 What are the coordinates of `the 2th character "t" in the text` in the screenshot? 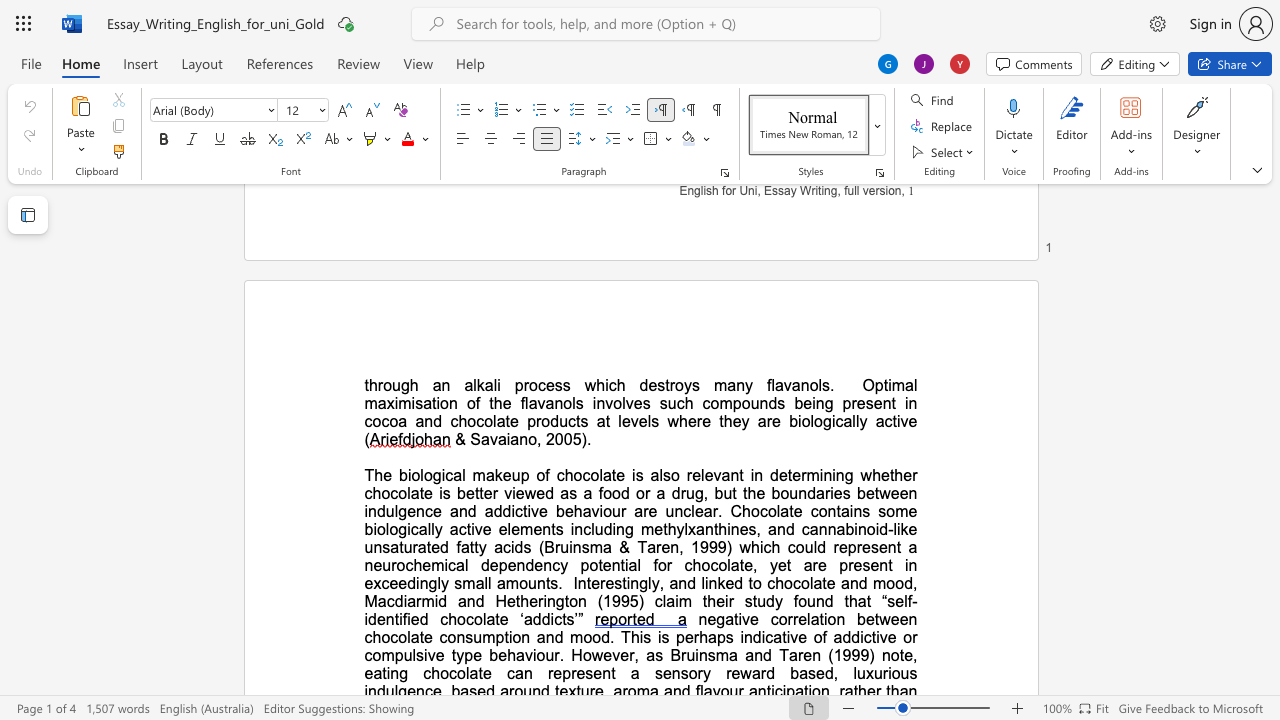 It's located at (420, 493).